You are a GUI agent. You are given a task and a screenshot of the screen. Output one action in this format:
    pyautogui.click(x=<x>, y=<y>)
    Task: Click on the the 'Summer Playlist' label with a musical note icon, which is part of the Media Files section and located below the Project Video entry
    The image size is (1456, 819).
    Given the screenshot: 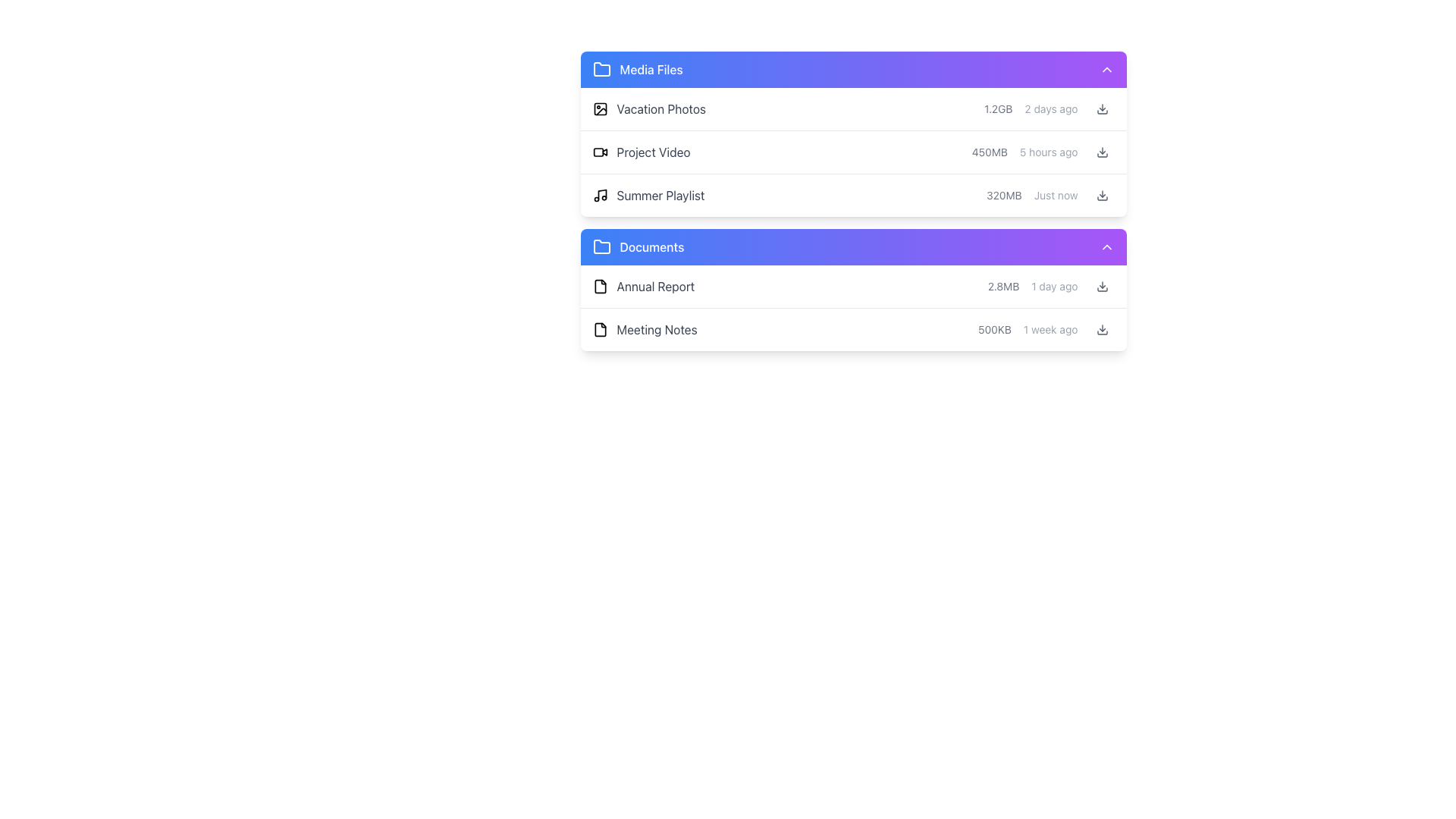 What is the action you would take?
    pyautogui.click(x=648, y=195)
    